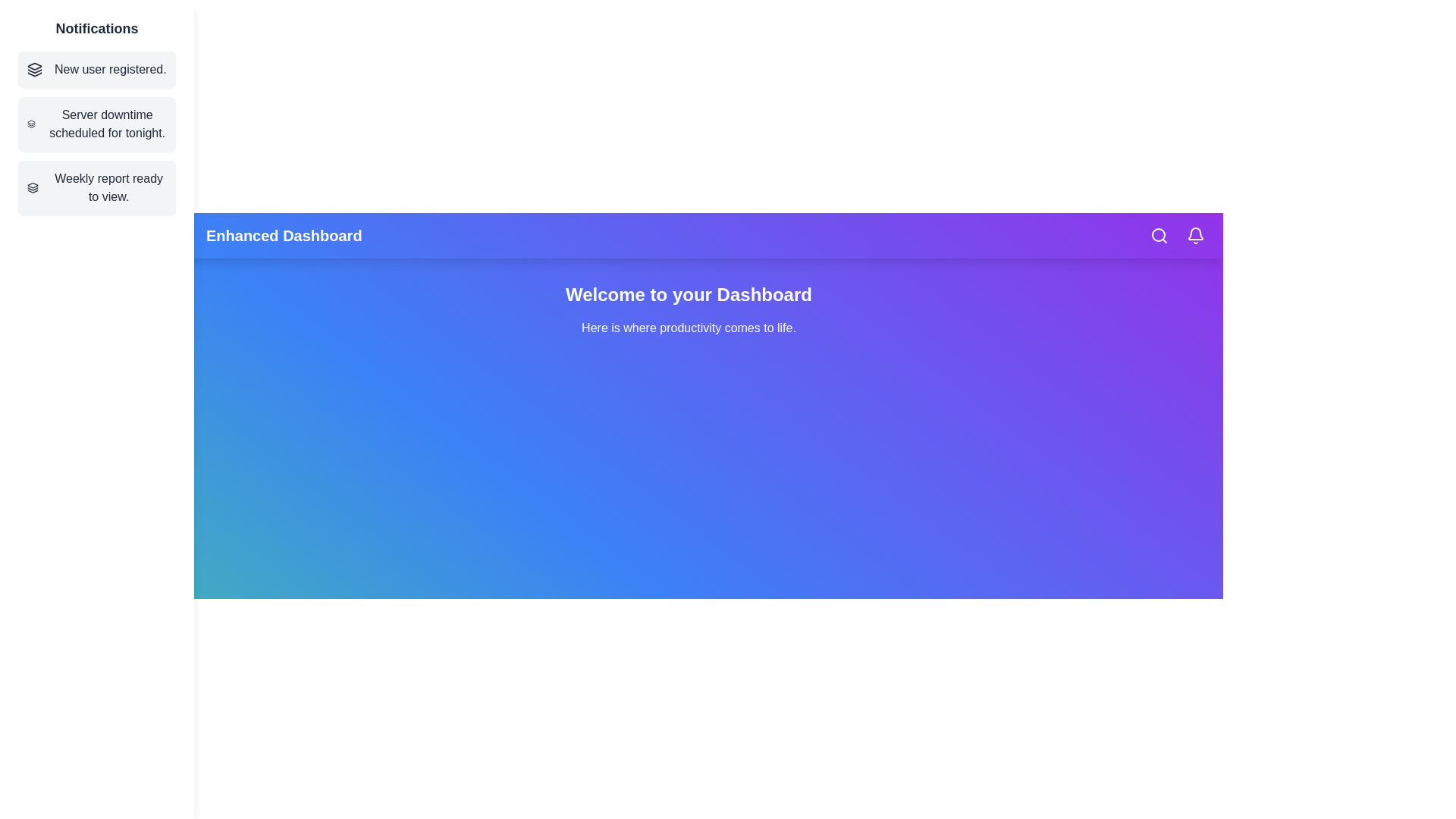 The image size is (1456, 819). I want to click on the notification labeled 'New user registered.' in the sidebar, so click(96, 70).